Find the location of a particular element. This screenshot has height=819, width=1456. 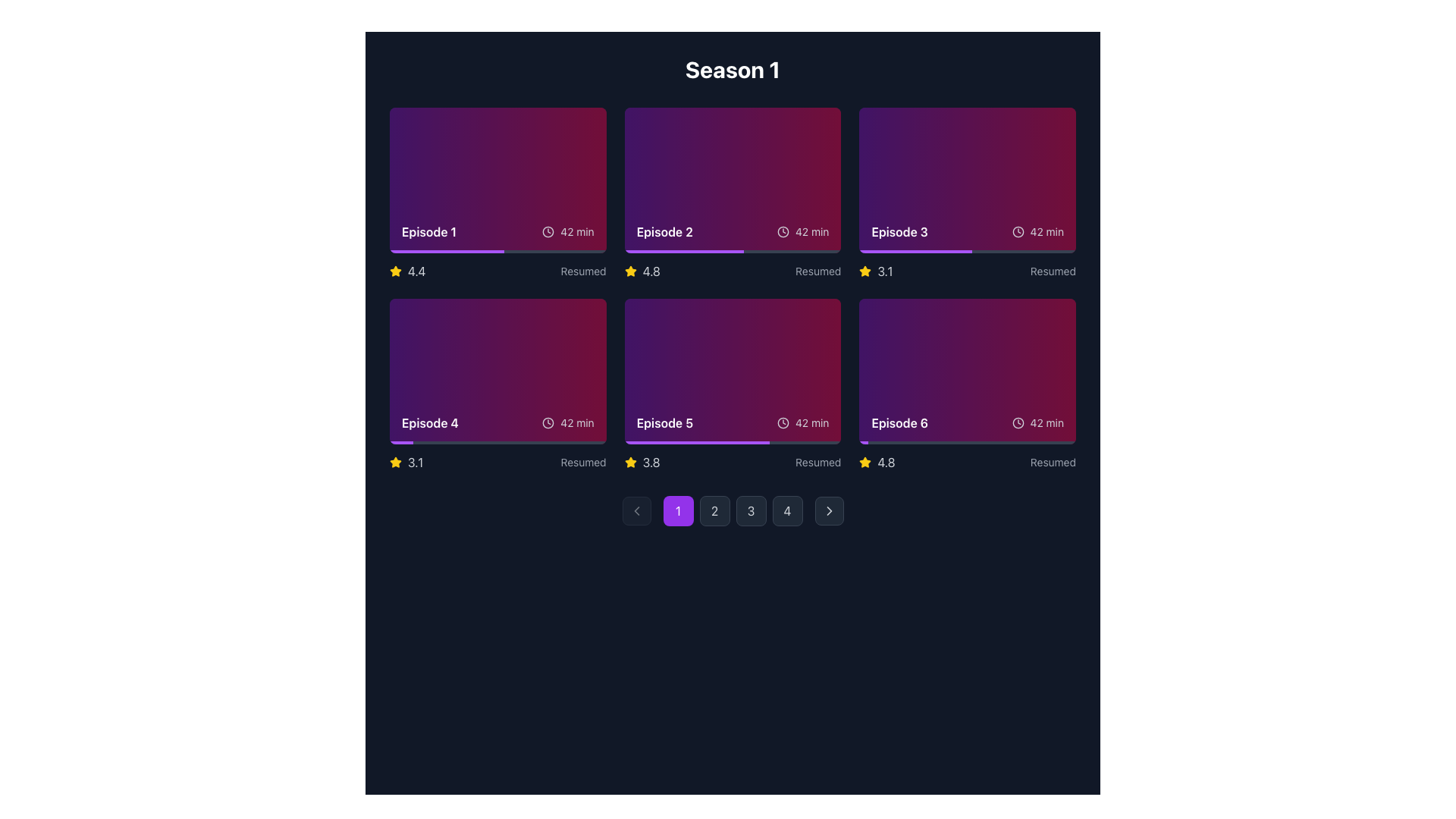

the rating label for Episode 5, located in the bottom section of the Episode 5 card, to the right of the yellow star icon is located at coordinates (651, 461).